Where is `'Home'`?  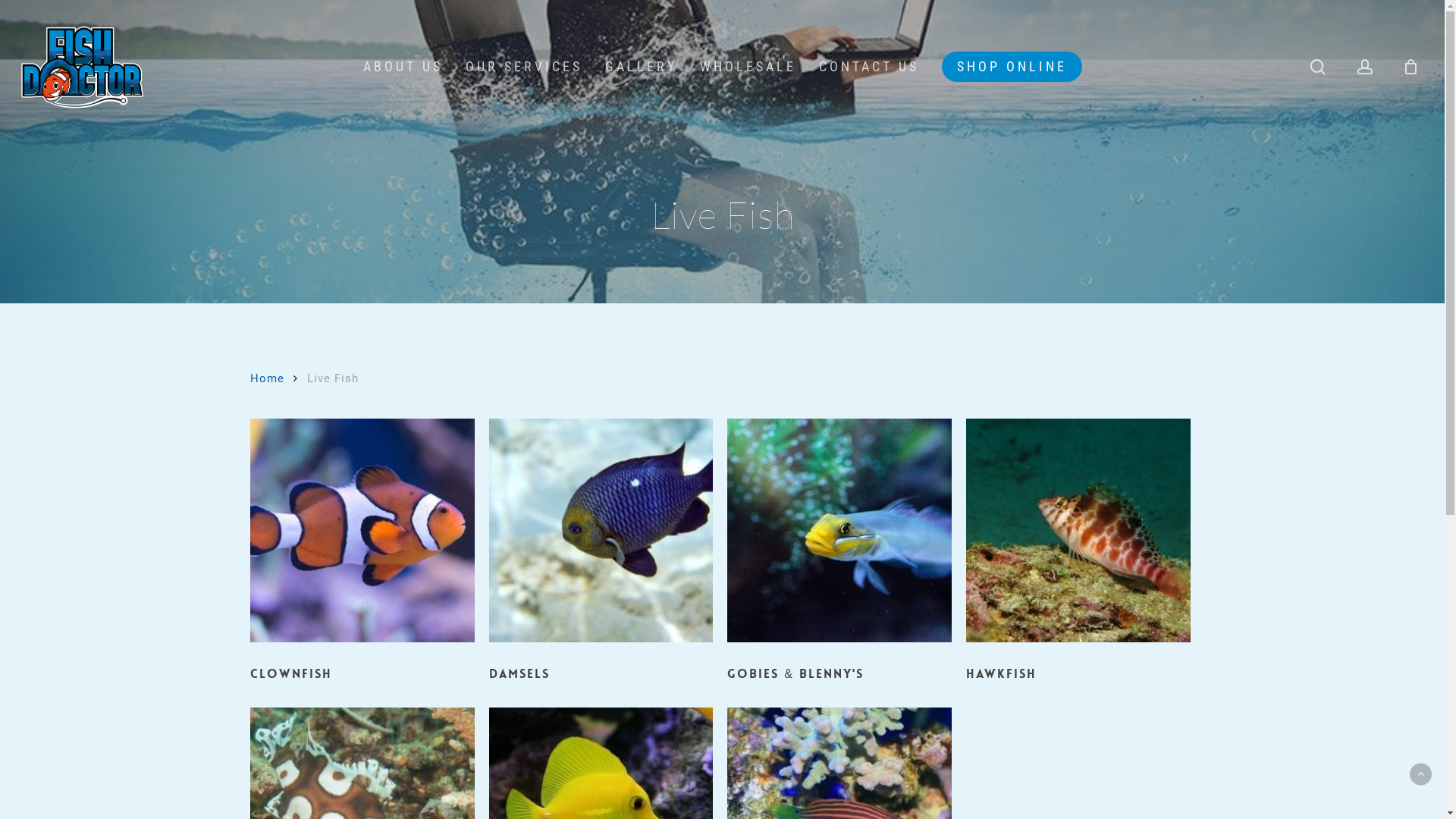 'Home' is located at coordinates (267, 377).